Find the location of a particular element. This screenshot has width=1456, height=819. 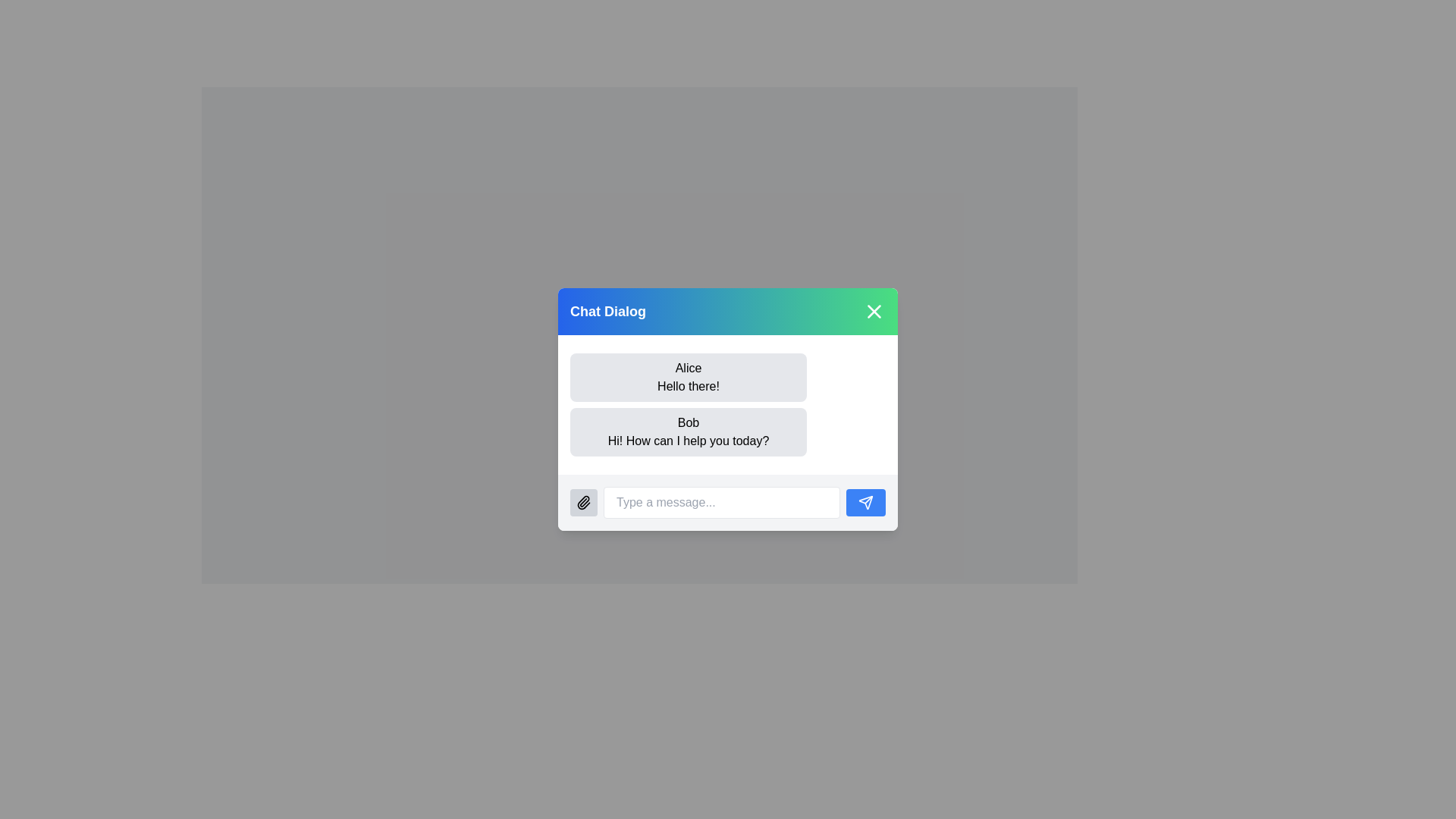

the sender's name identifier text label located in the top-left corner of the chat bubble, which precedes the message text 'Hello there!' is located at coordinates (687, 369).